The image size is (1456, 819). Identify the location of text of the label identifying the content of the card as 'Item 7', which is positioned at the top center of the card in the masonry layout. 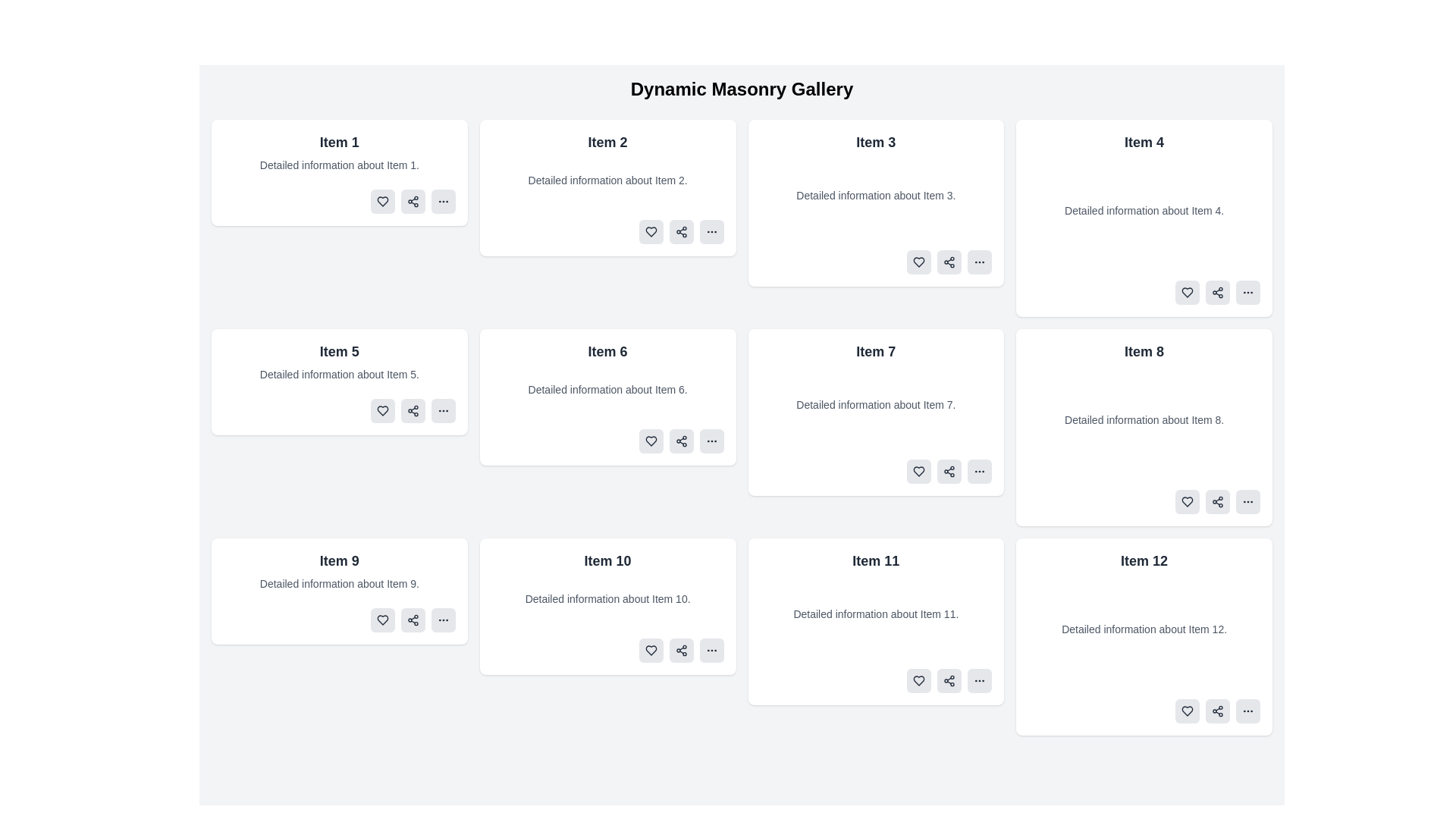
(876, 351).